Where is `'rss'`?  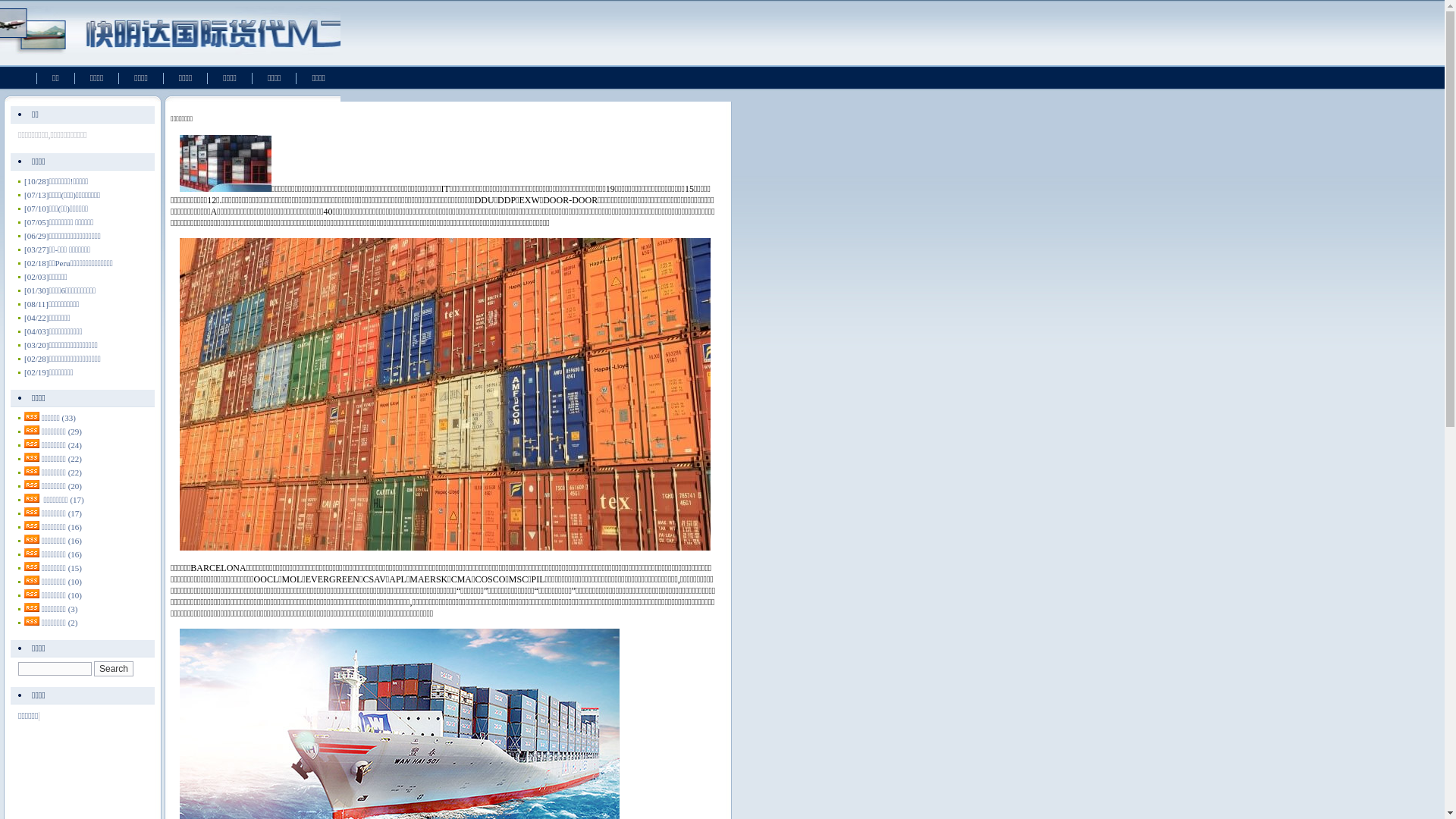 'rss' is located at coordinates (32, 525).